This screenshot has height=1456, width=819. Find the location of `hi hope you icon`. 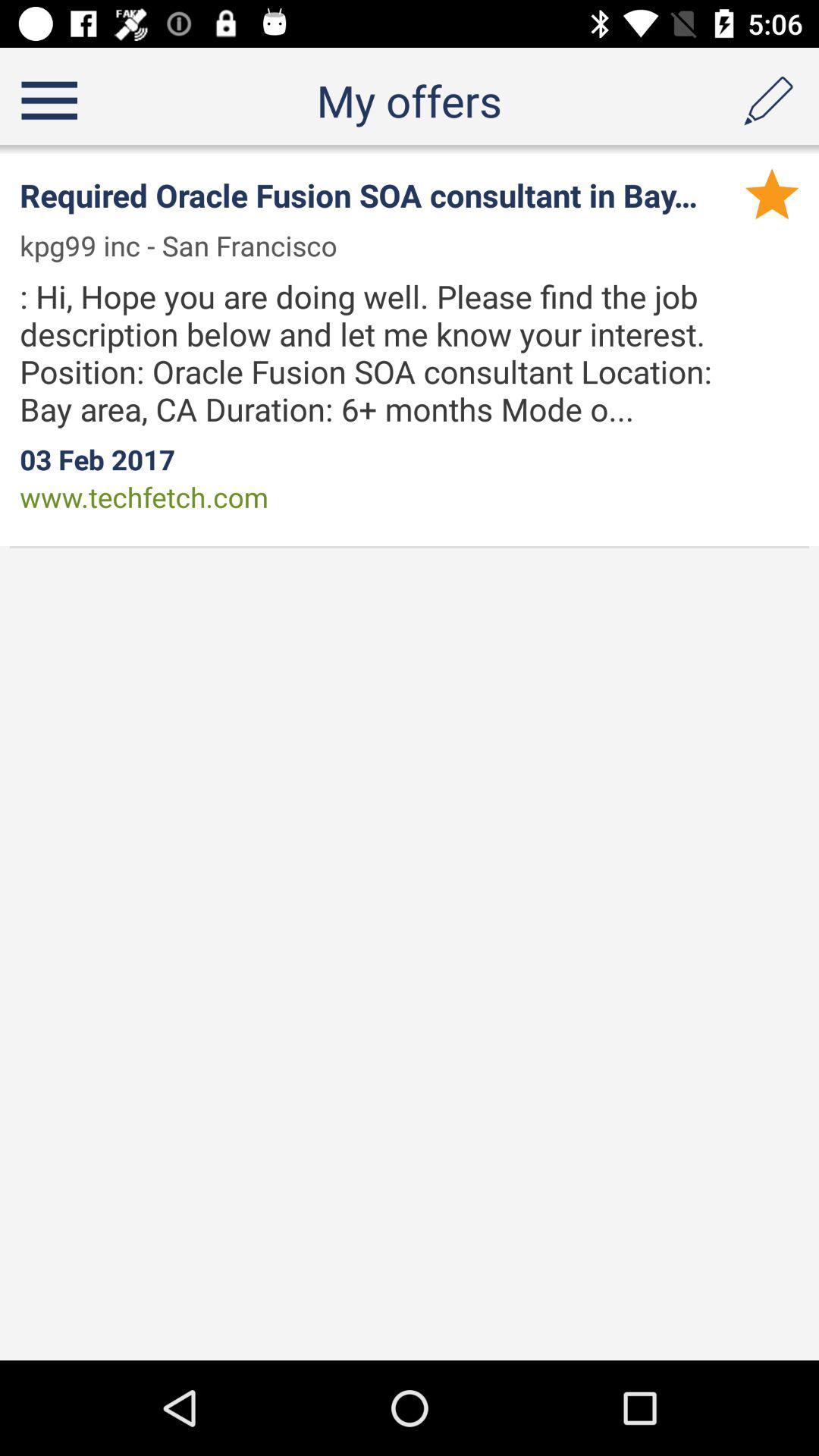

hi hope you icon is located at coordinates (394, 352).